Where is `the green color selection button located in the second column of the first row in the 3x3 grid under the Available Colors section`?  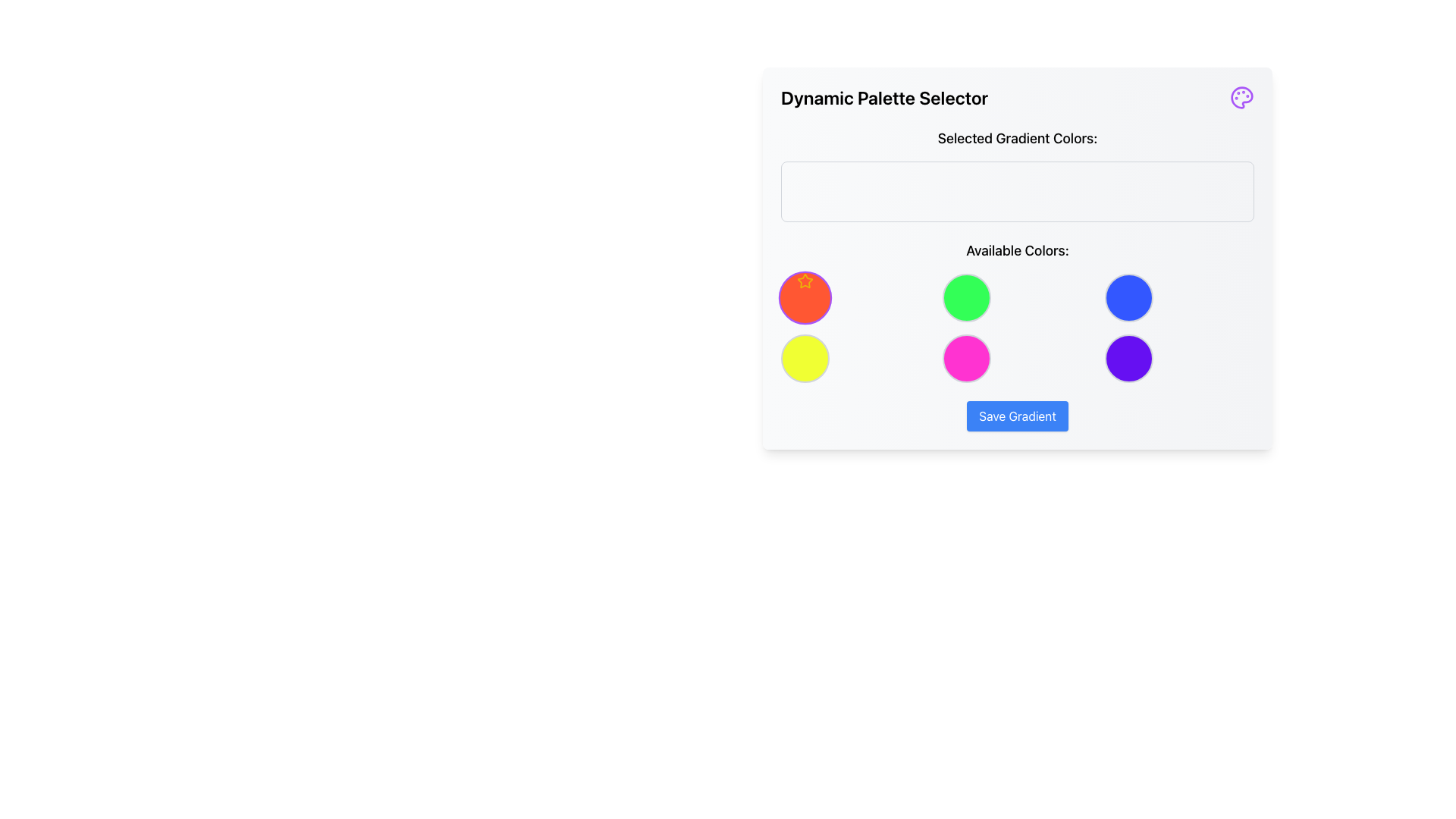 the green color selection button located in the second column of the first row in the 3x3 grid under the Available Colors section is located at coordinates (966, 298).